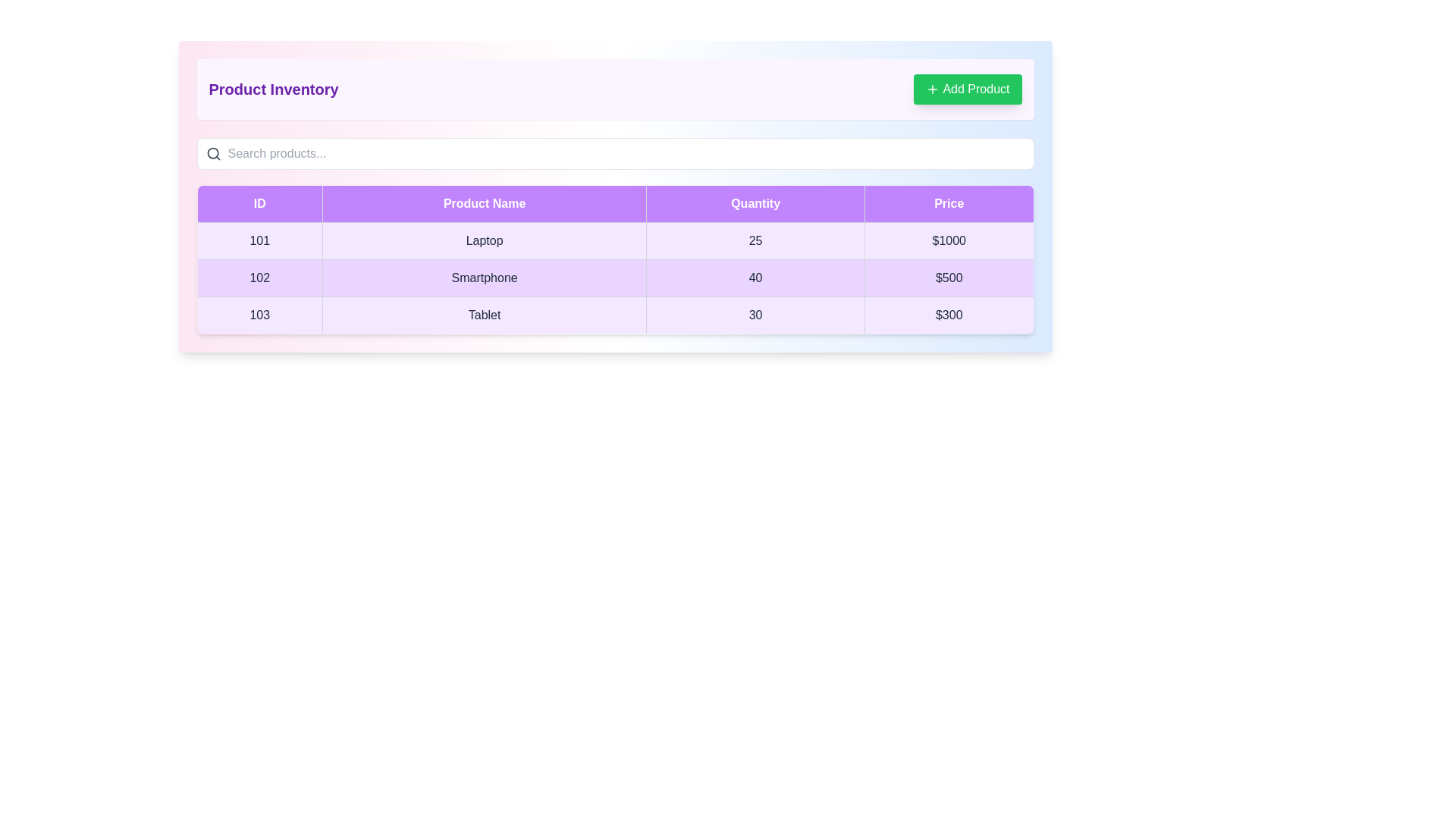  I want to click on the Text label displaying 'Smartphone', which has a light purple background and gray borders, located in row '102' of the table under the 'Product Name' column, so click(484, 278).